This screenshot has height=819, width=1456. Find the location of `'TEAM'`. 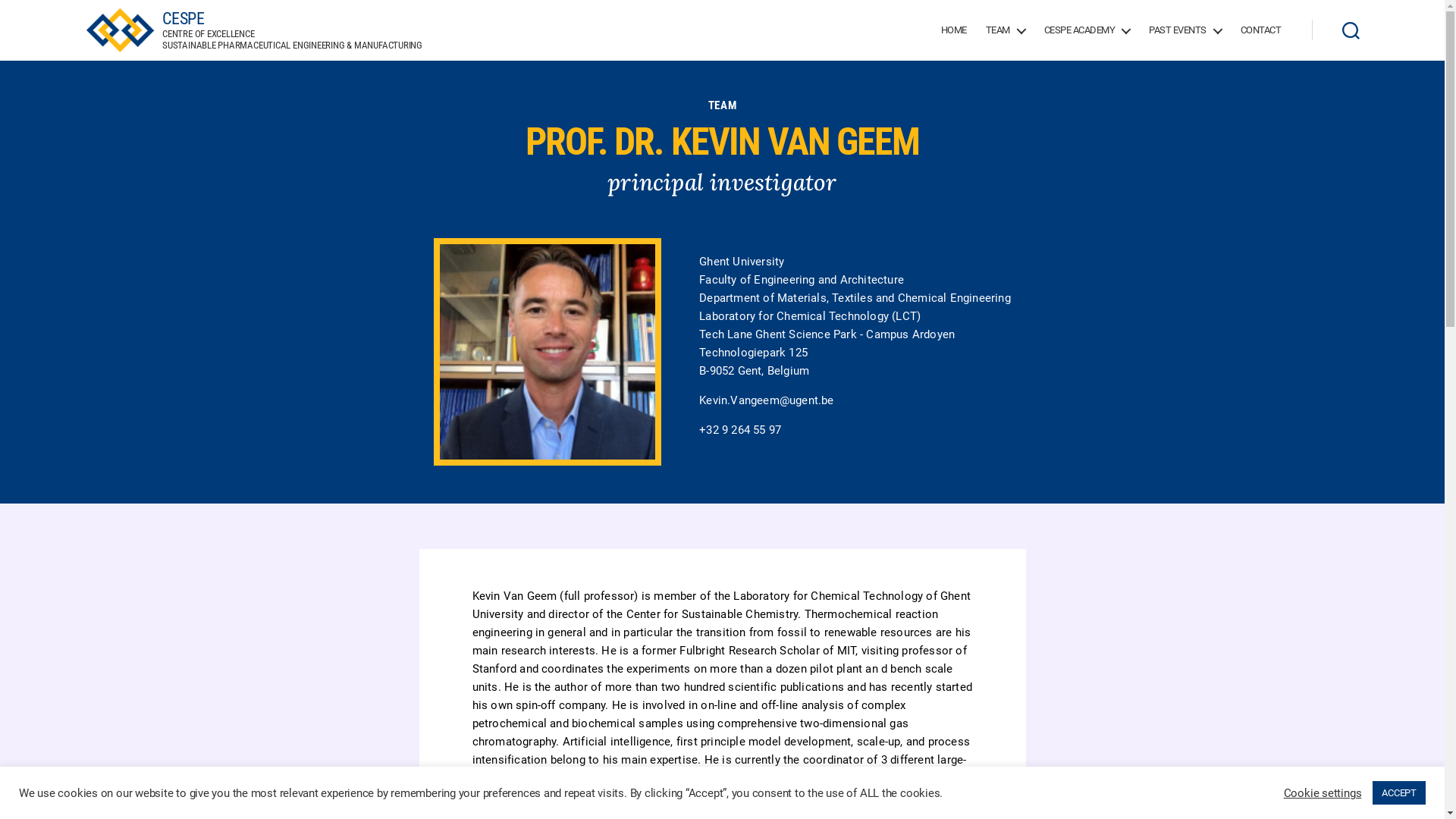

'TEAM' is located at coordinates (1005, 30).